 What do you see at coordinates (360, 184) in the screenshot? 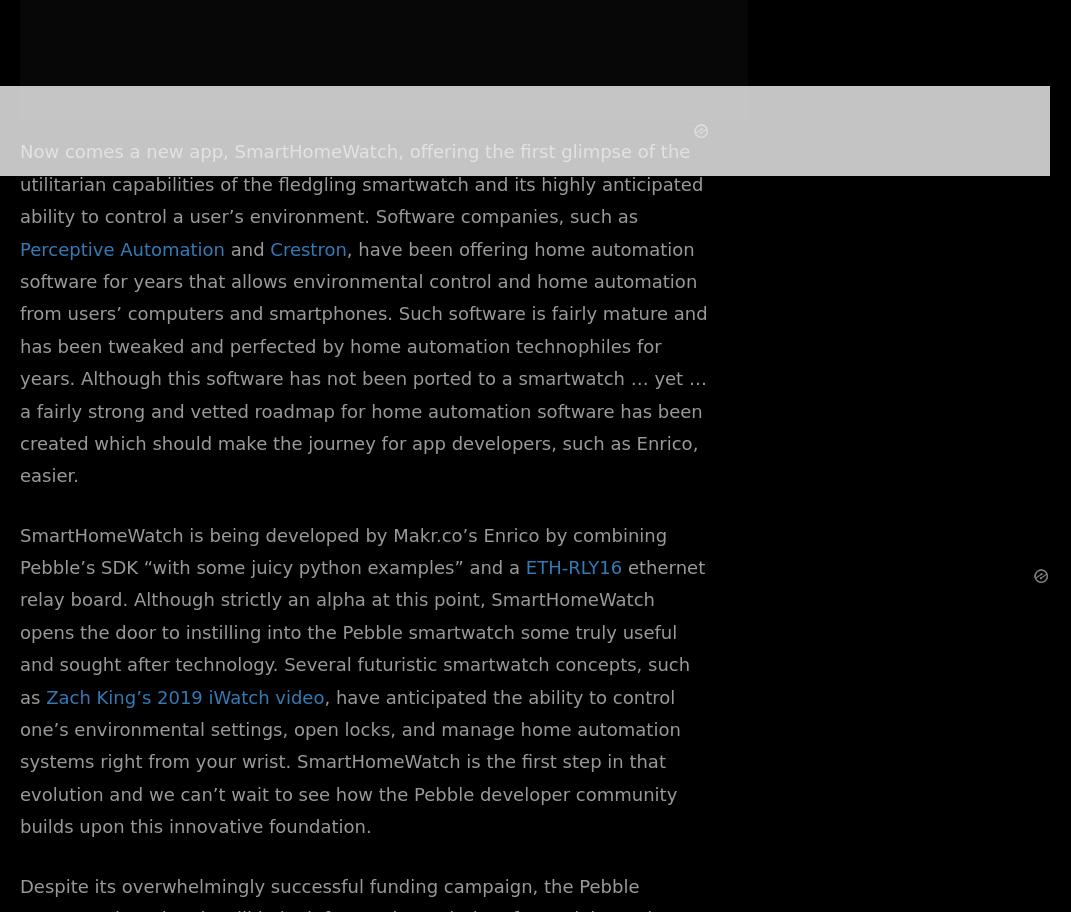
I see `'Now comes a new app, SmartHomeWatch, offering the first glimpse of the utilitarian capabilities of the fledgling smartwatch and its highly anticipated ability to control a user’s environment. Software companies, such as'` at bounding box center [360, 184].